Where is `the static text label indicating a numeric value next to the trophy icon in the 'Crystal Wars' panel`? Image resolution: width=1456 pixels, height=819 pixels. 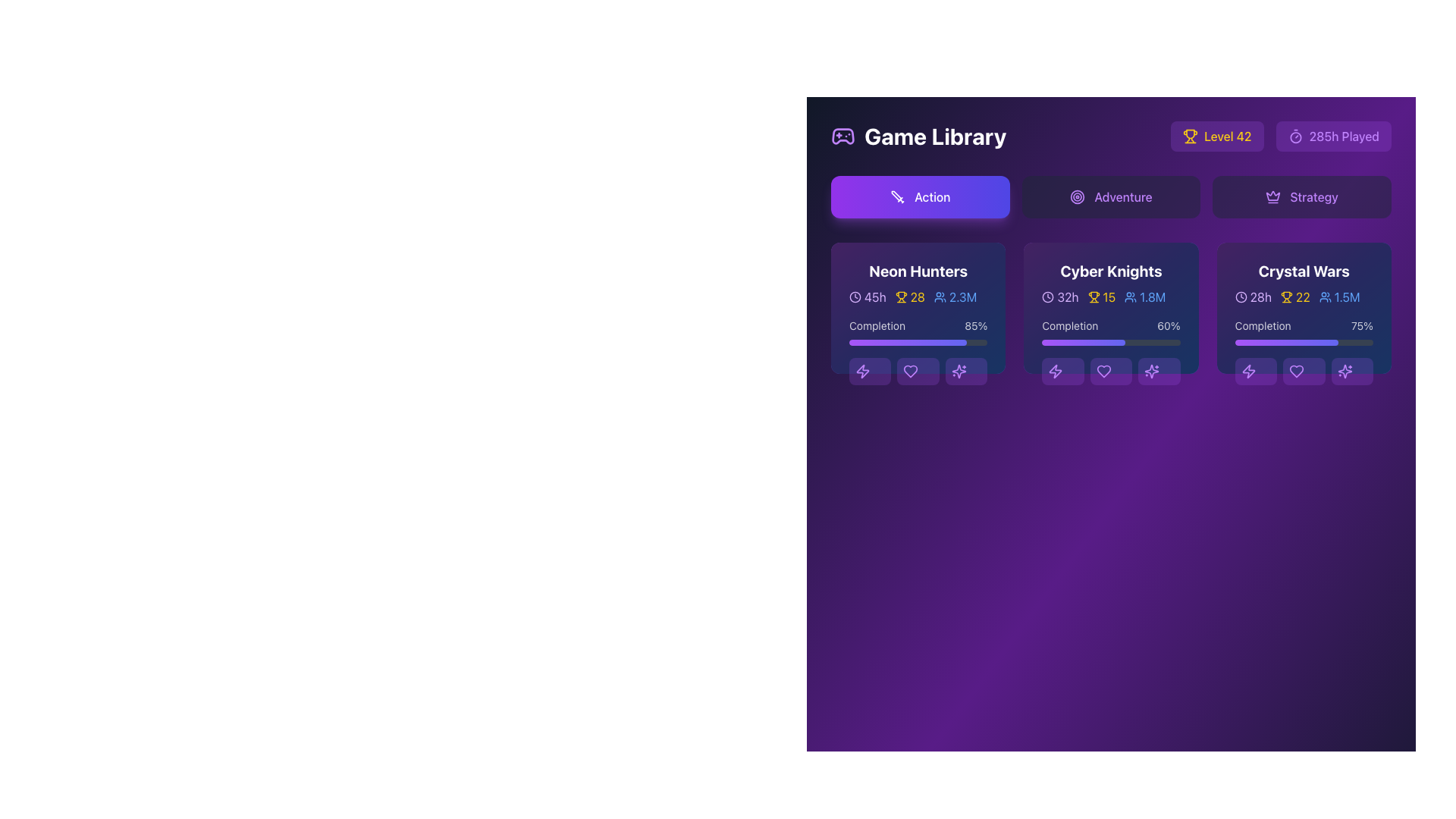
the static text label indicating a numeric value next to the trophy icon in the 'Crystal Wars' panel is located at coordinates (1302, 297).